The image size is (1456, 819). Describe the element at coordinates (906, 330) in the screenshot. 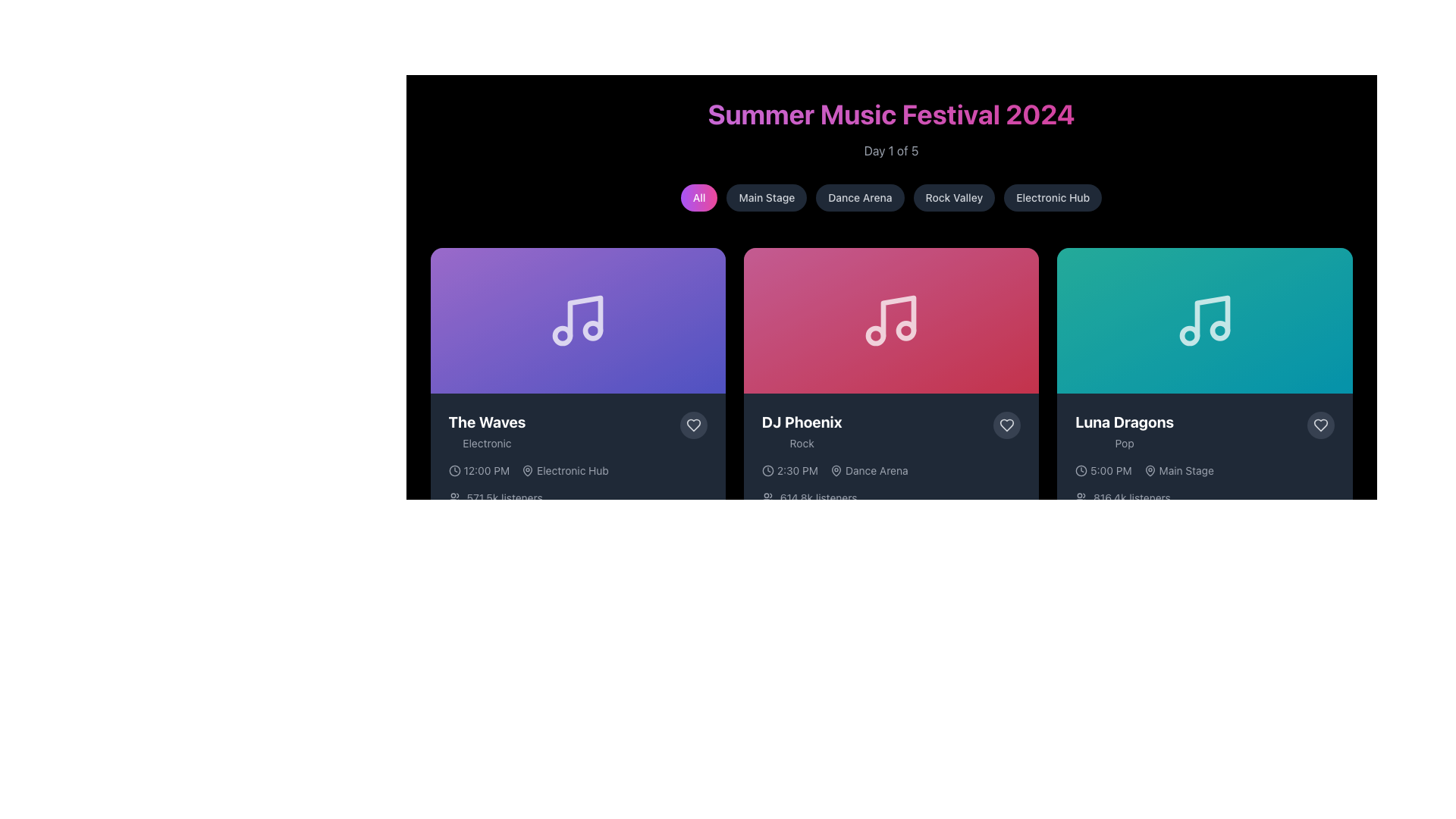

I see `the SVG circle element that is part of the music note icon under the 'Summer Music Festival 2024' title and above the 'DJ Phoenix' text` at that location.